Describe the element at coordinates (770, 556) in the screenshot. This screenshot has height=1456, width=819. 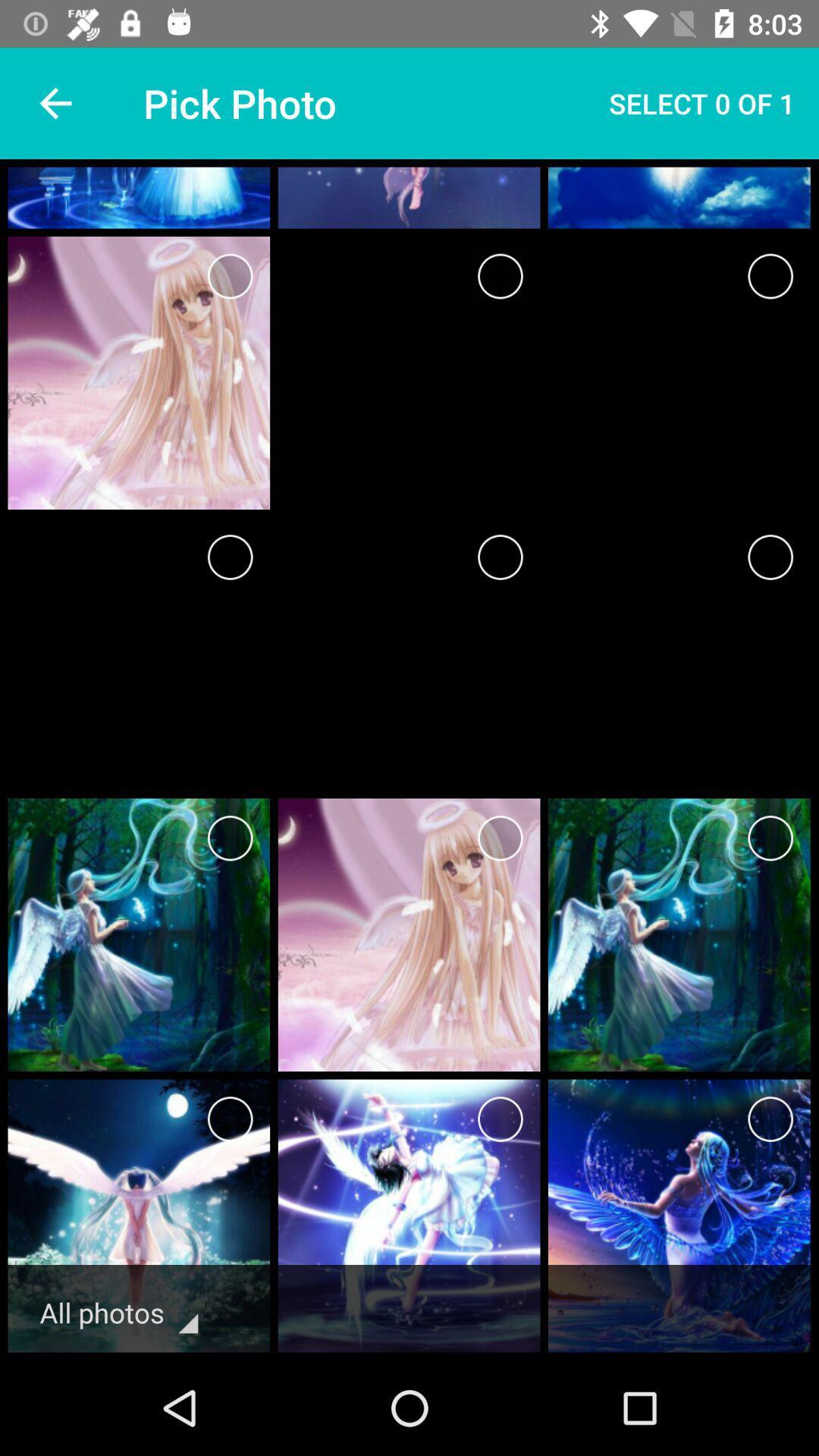
I see `image` at that location.